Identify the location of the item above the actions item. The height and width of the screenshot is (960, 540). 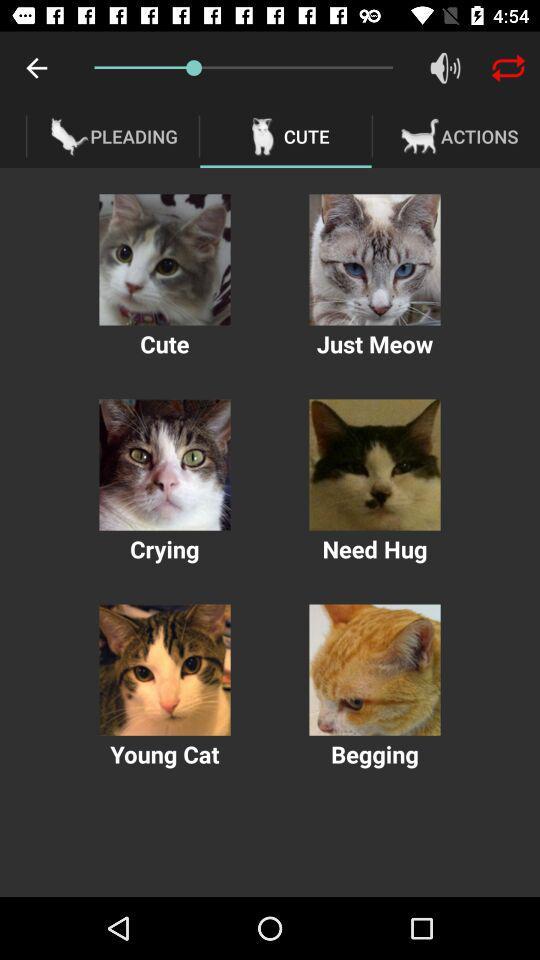
(508, 68).